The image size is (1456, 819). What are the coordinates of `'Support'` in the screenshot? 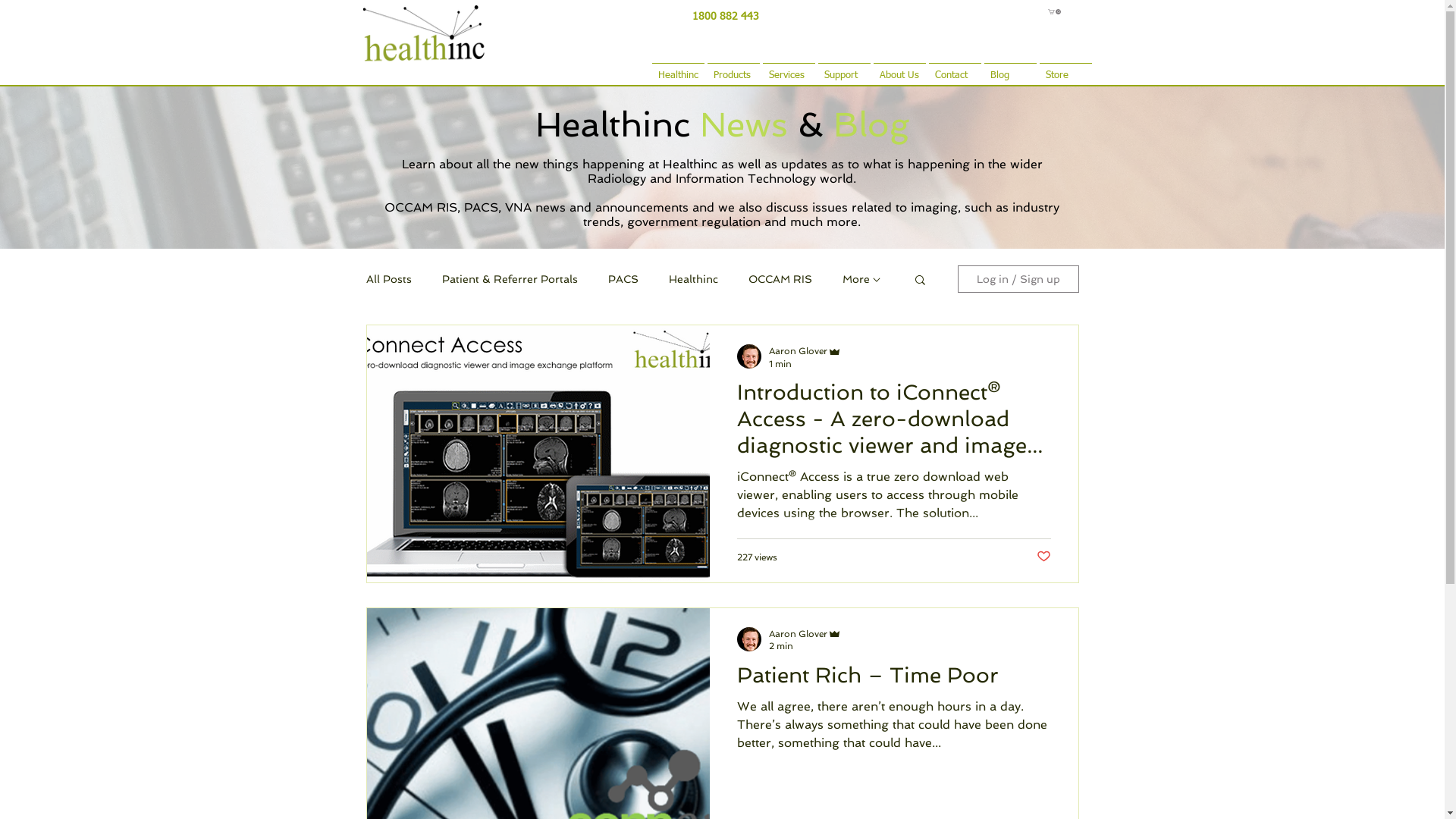 It's located at (843, 68).